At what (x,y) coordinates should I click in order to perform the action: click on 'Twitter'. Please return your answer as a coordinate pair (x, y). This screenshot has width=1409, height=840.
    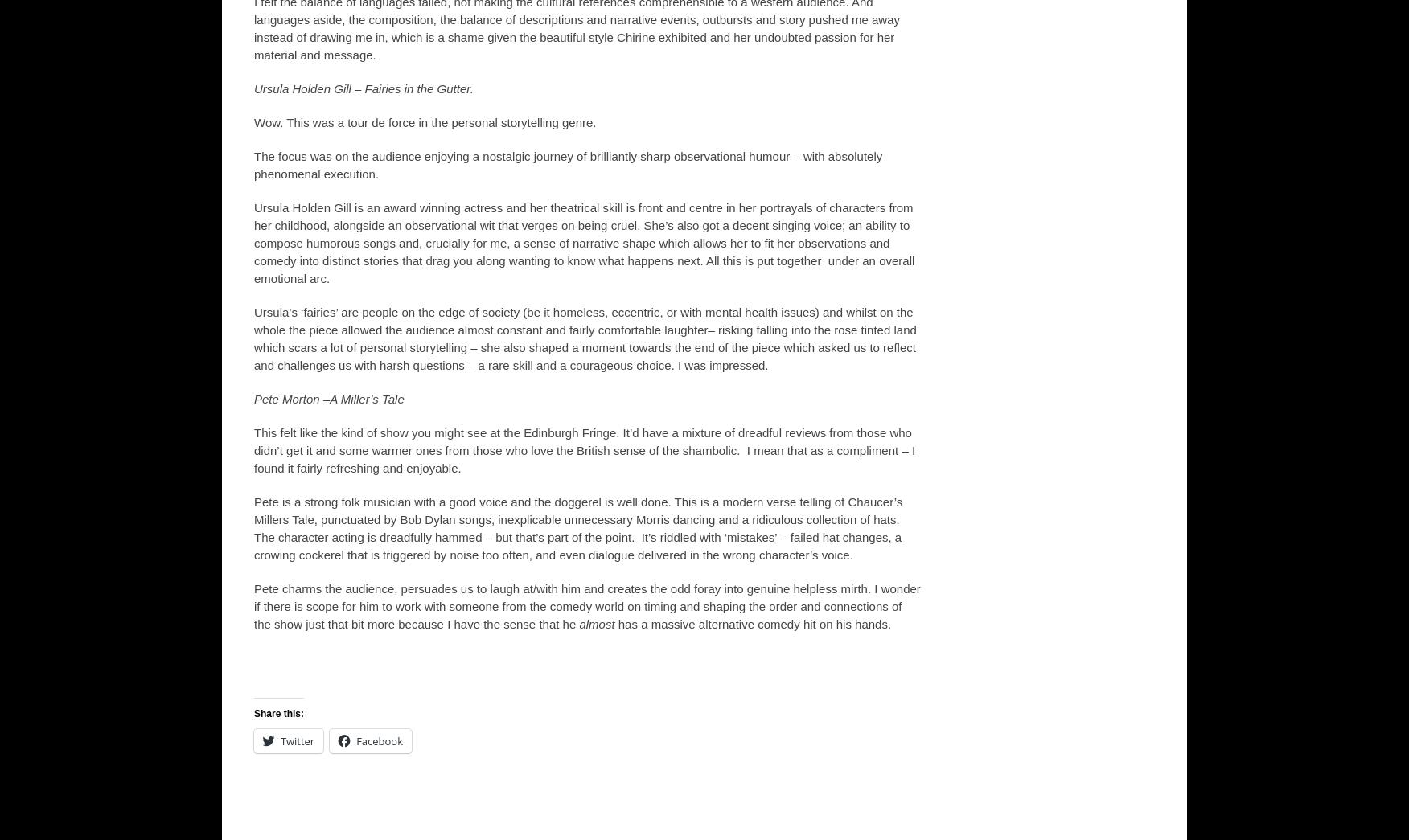
    Looking at the image, I should click on (297, 740).